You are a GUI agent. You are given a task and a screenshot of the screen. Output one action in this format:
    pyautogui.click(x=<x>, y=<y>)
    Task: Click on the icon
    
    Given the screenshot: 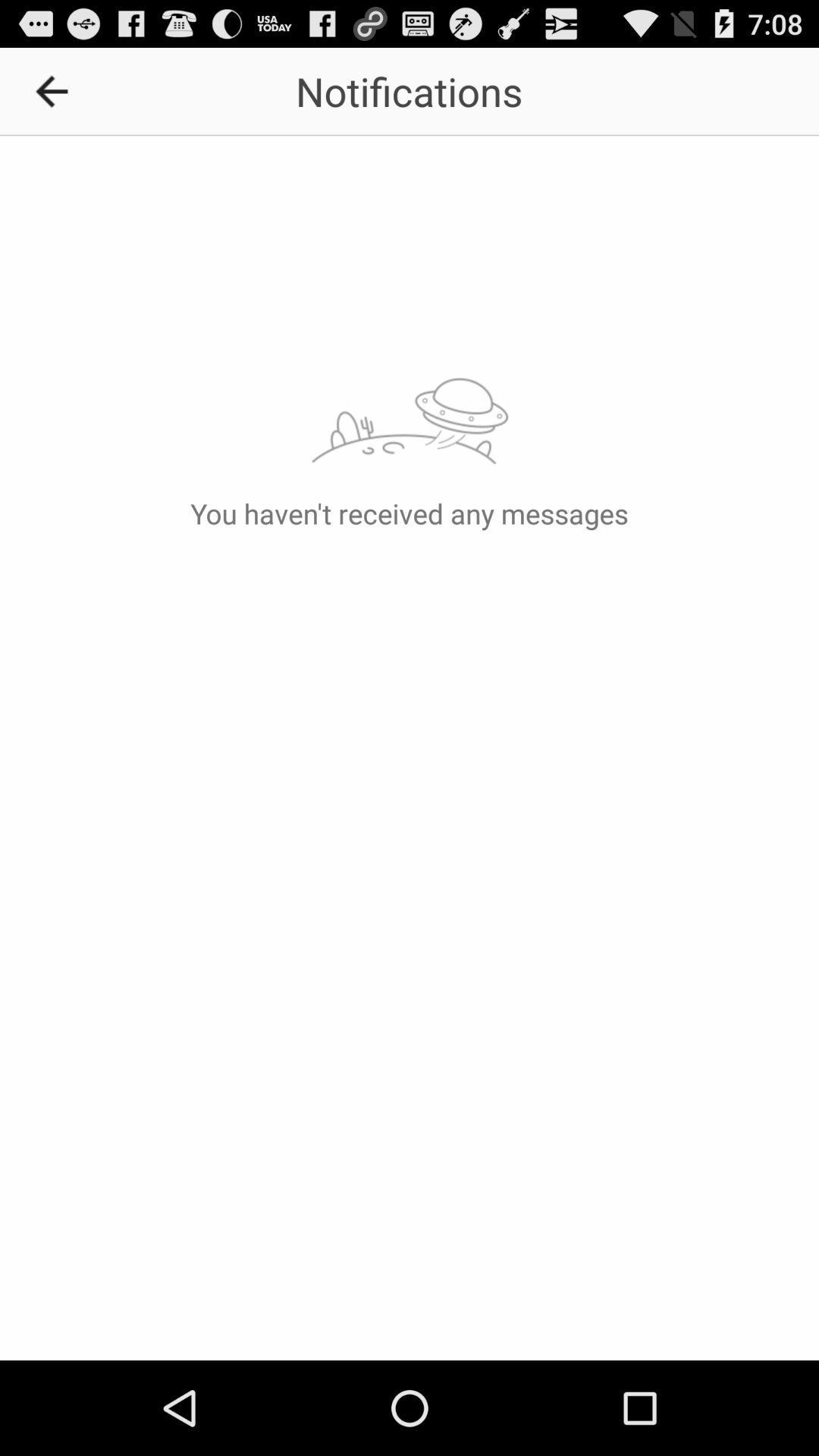 What is the action you would take?
    pyautogui.click(x=56, y=90)
    